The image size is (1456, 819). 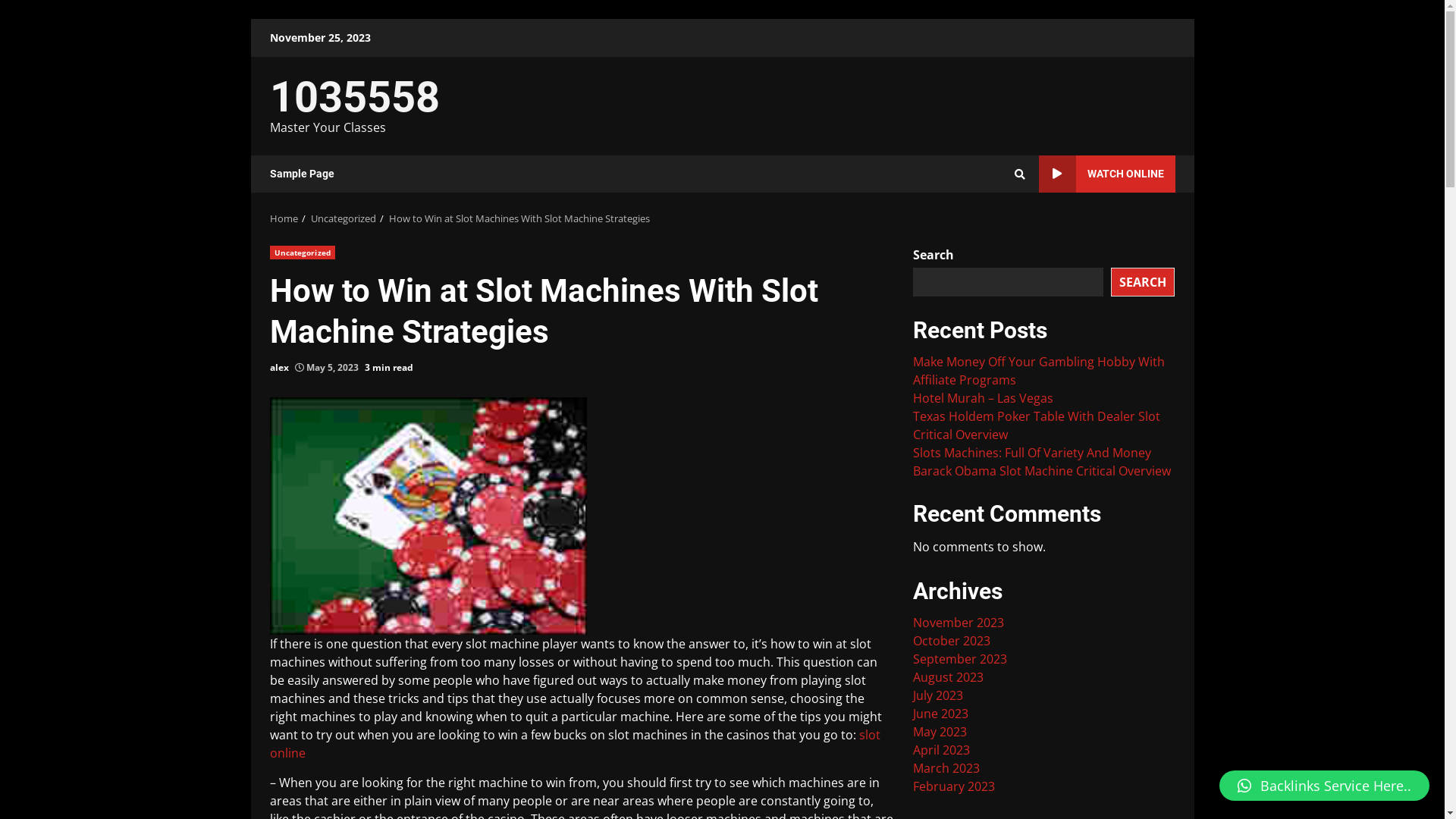 What do you see at coordinates (1031, 452) in the screenshot?
I see `'Slots Machines: Full Of Variety And Money'` at bounding box center [1031, 452].